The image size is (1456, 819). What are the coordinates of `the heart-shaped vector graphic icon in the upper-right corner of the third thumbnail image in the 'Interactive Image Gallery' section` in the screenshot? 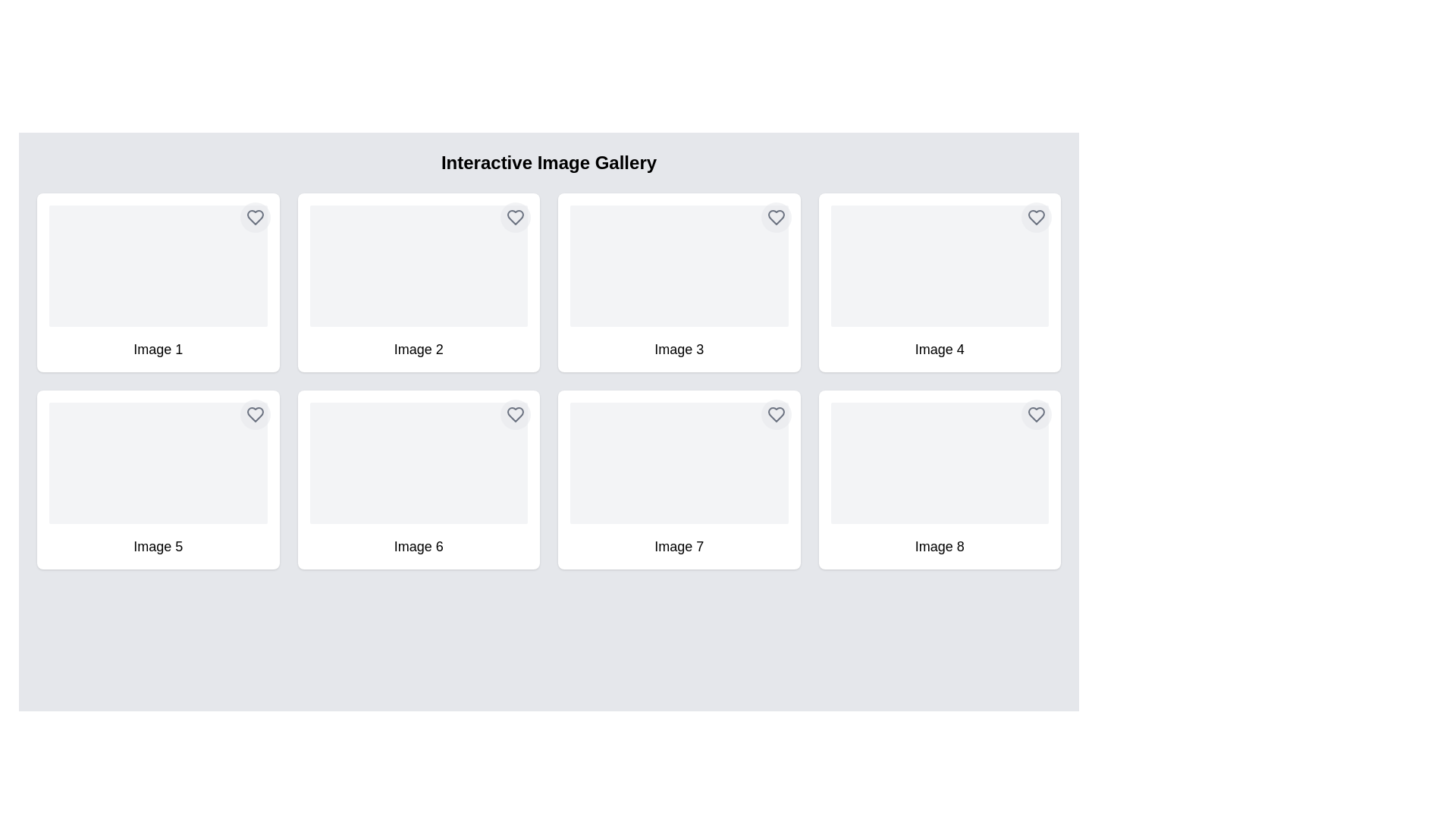 It's located at (776, 217).